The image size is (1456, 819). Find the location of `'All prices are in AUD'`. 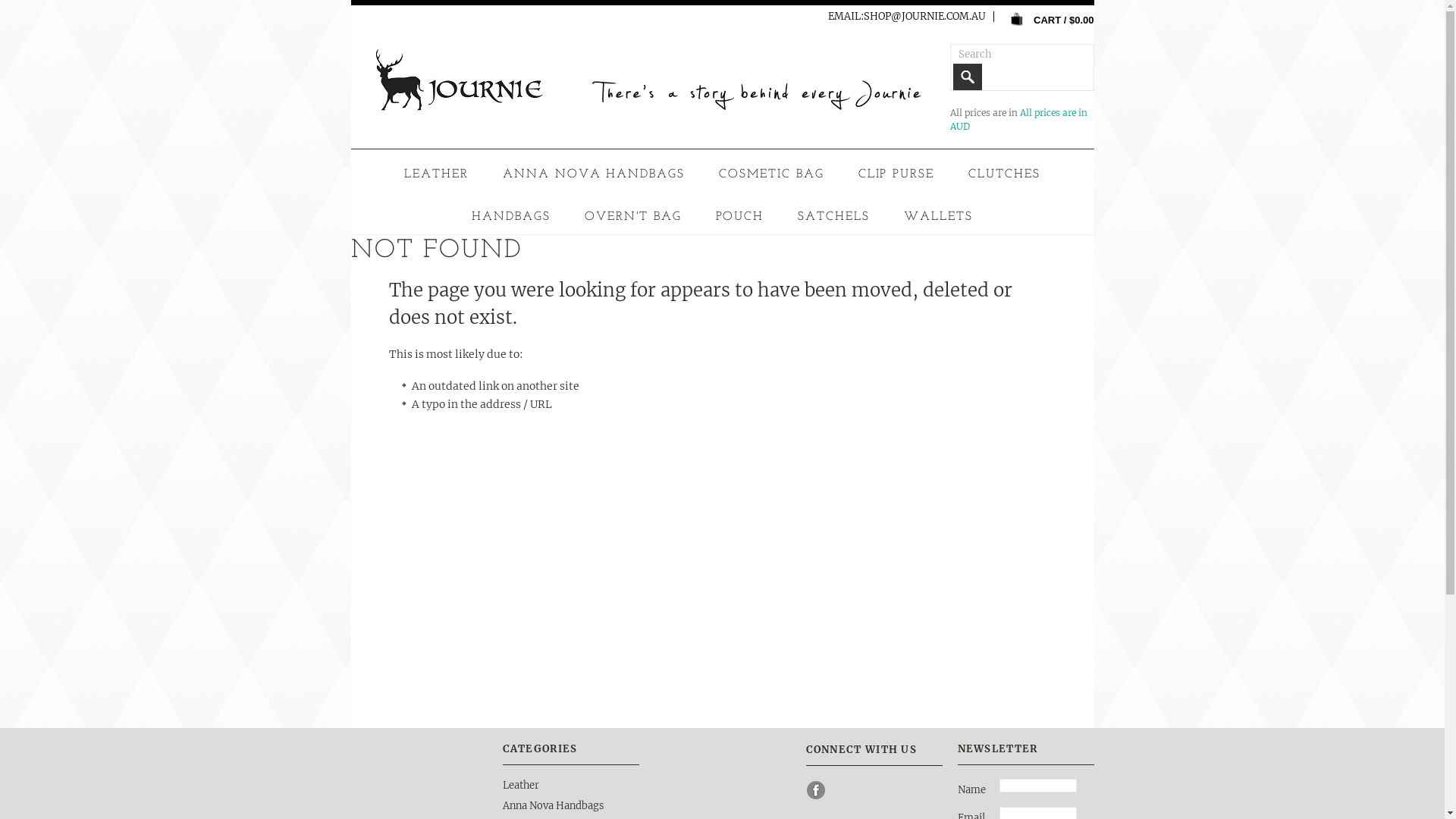

'All prices are in AUD' is located at coordinates (949, 118).